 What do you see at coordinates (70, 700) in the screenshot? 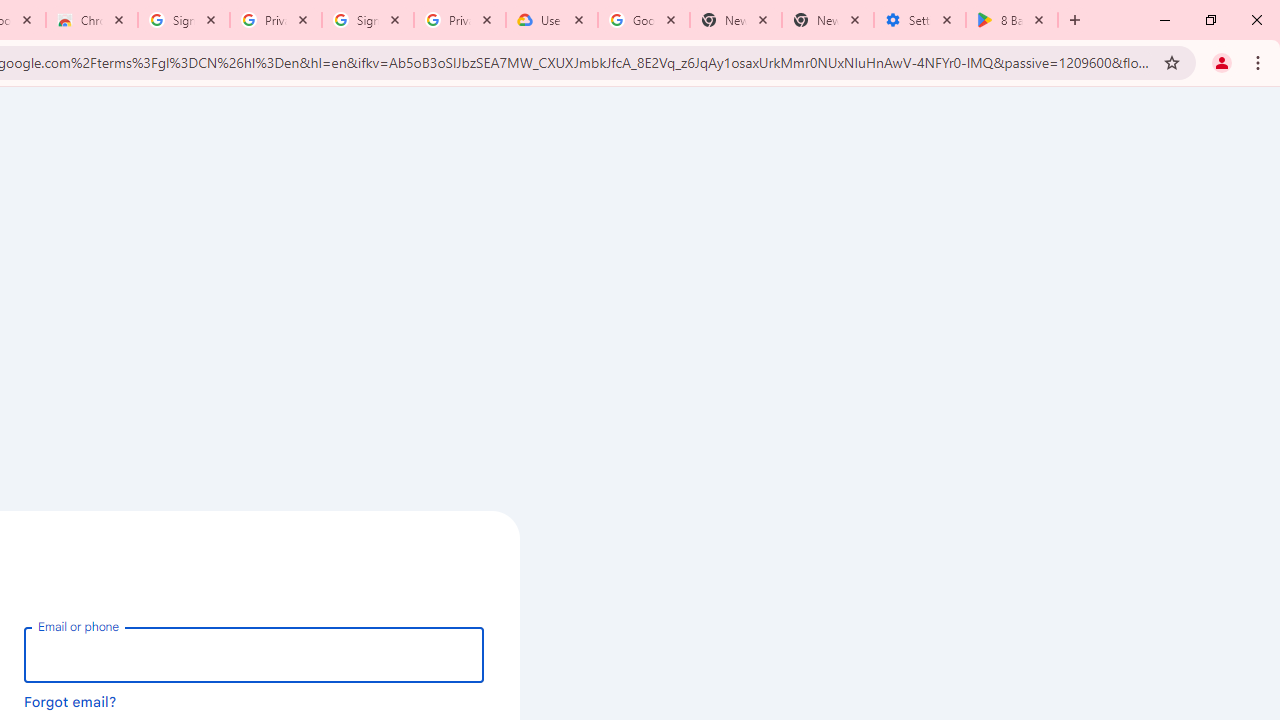
I see `'Forgot email?'` at bounding box center [70, 700].